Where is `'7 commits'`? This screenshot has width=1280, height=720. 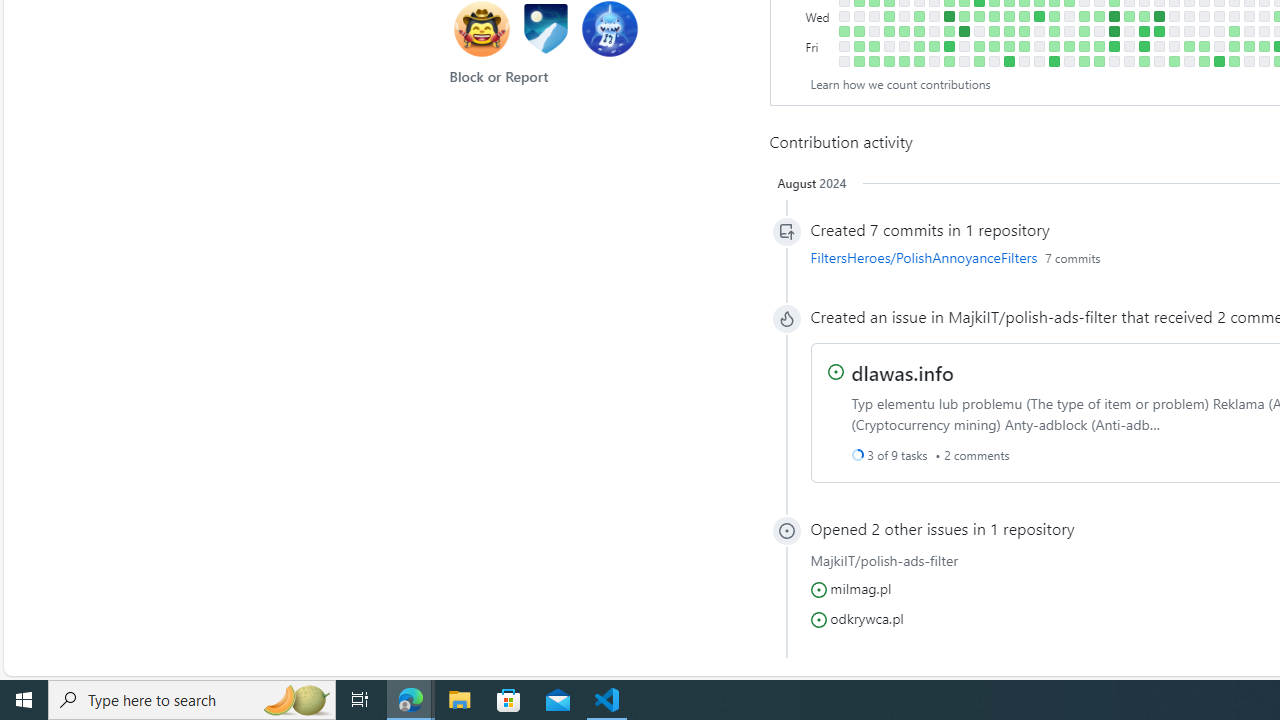 '7 commits' is located at coordinates (1071, 256).